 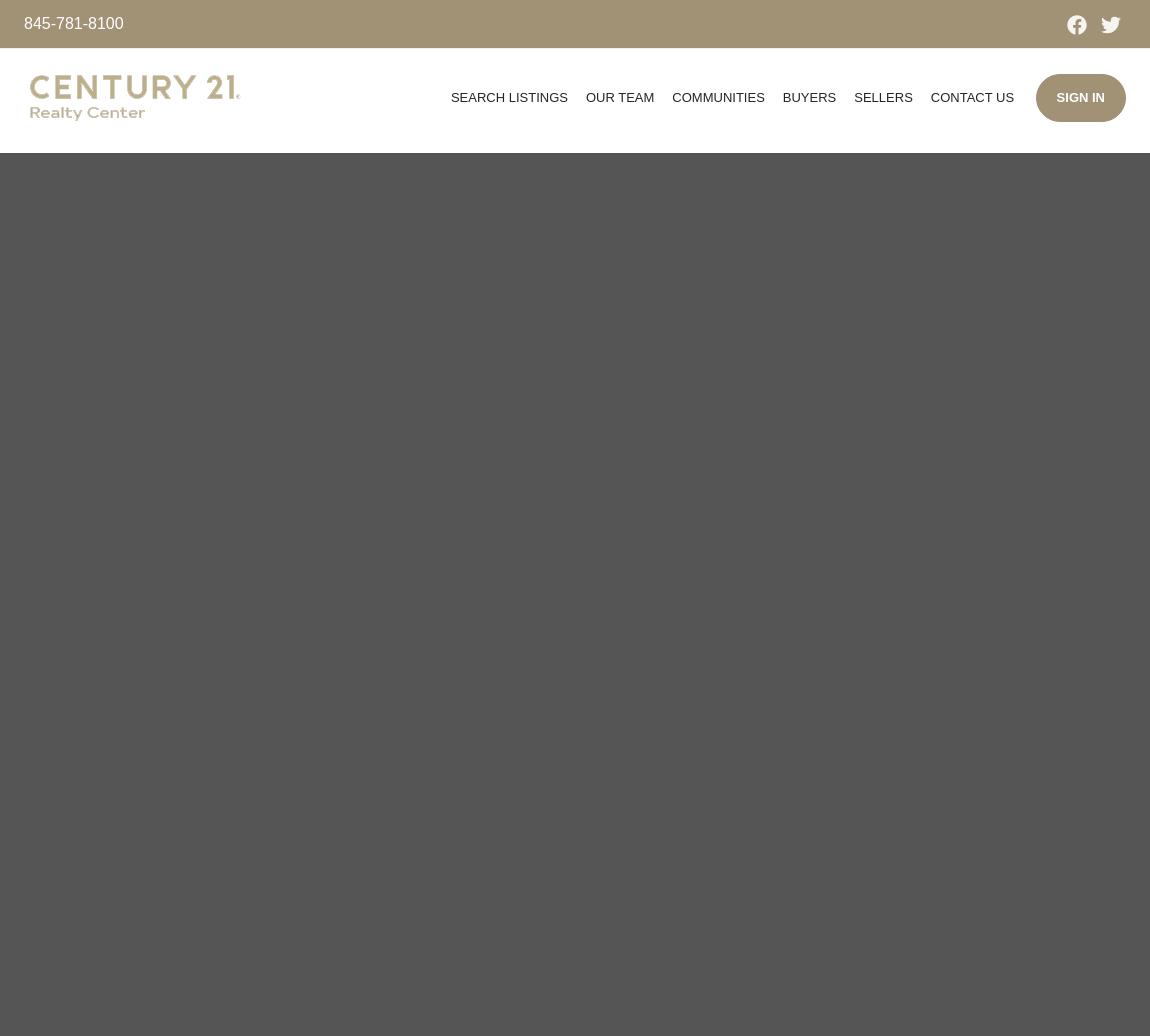 I want to click on 'Communities', so click(x=716, y=97).